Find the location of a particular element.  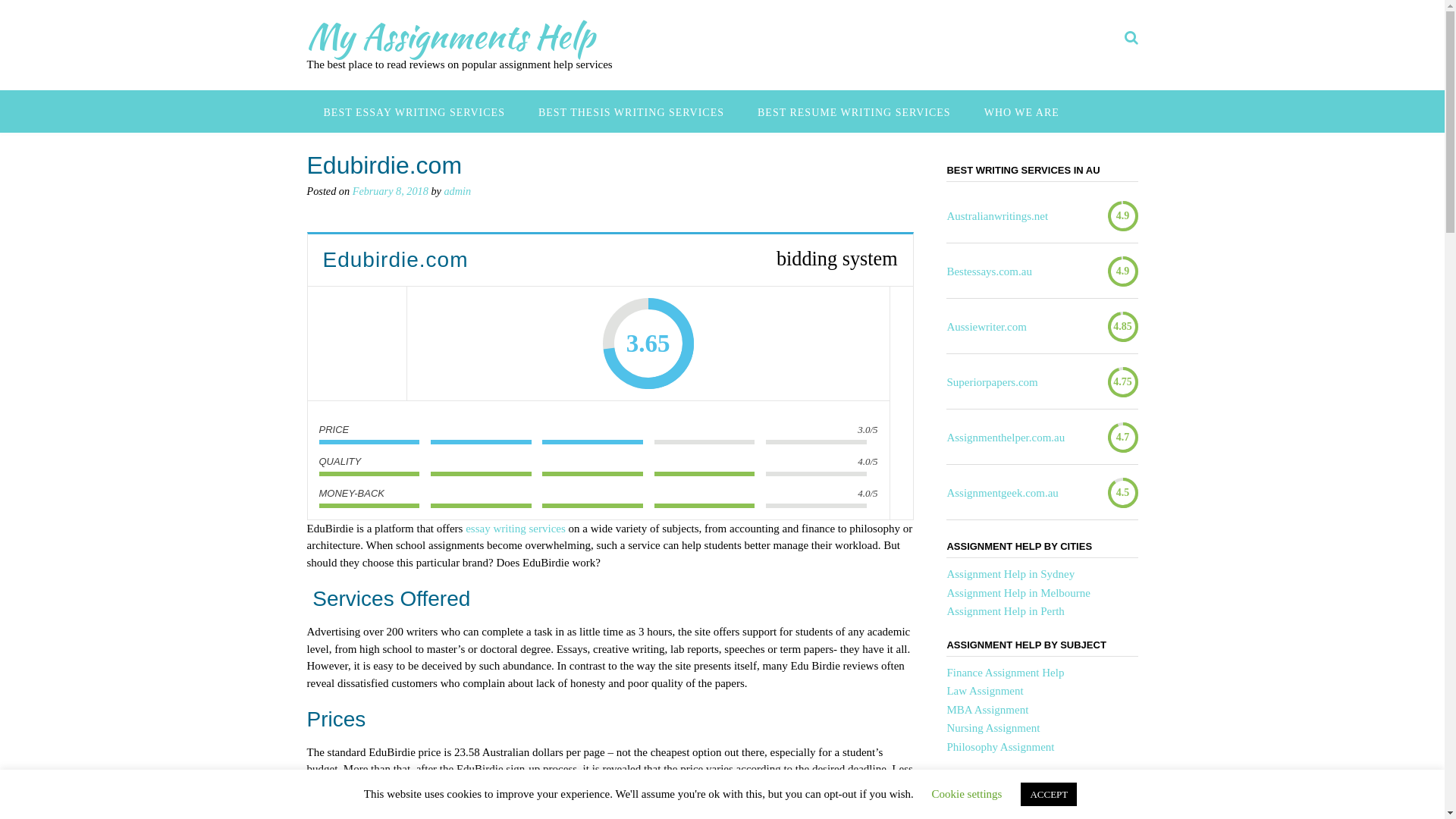

'Law Assignment' is located at coordinates (984, 690).